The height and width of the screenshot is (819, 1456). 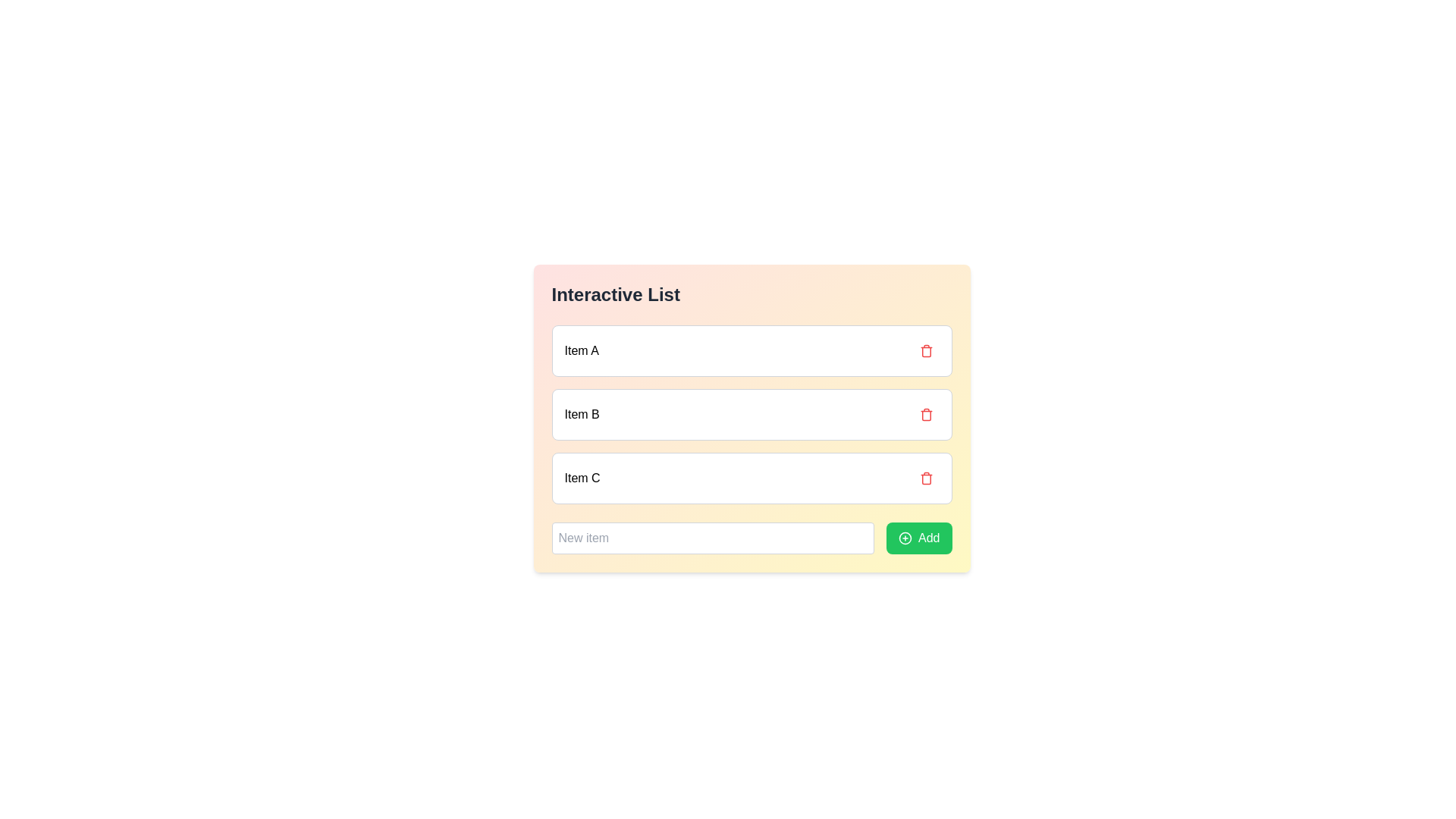 What do you see at coordinates (905, 537) in the screenshot?
I see `the green 'Add' button icon, which is a circle with a consistent stroke, located in the bottom-right corner of the interface` at bounding box center [905, 537].